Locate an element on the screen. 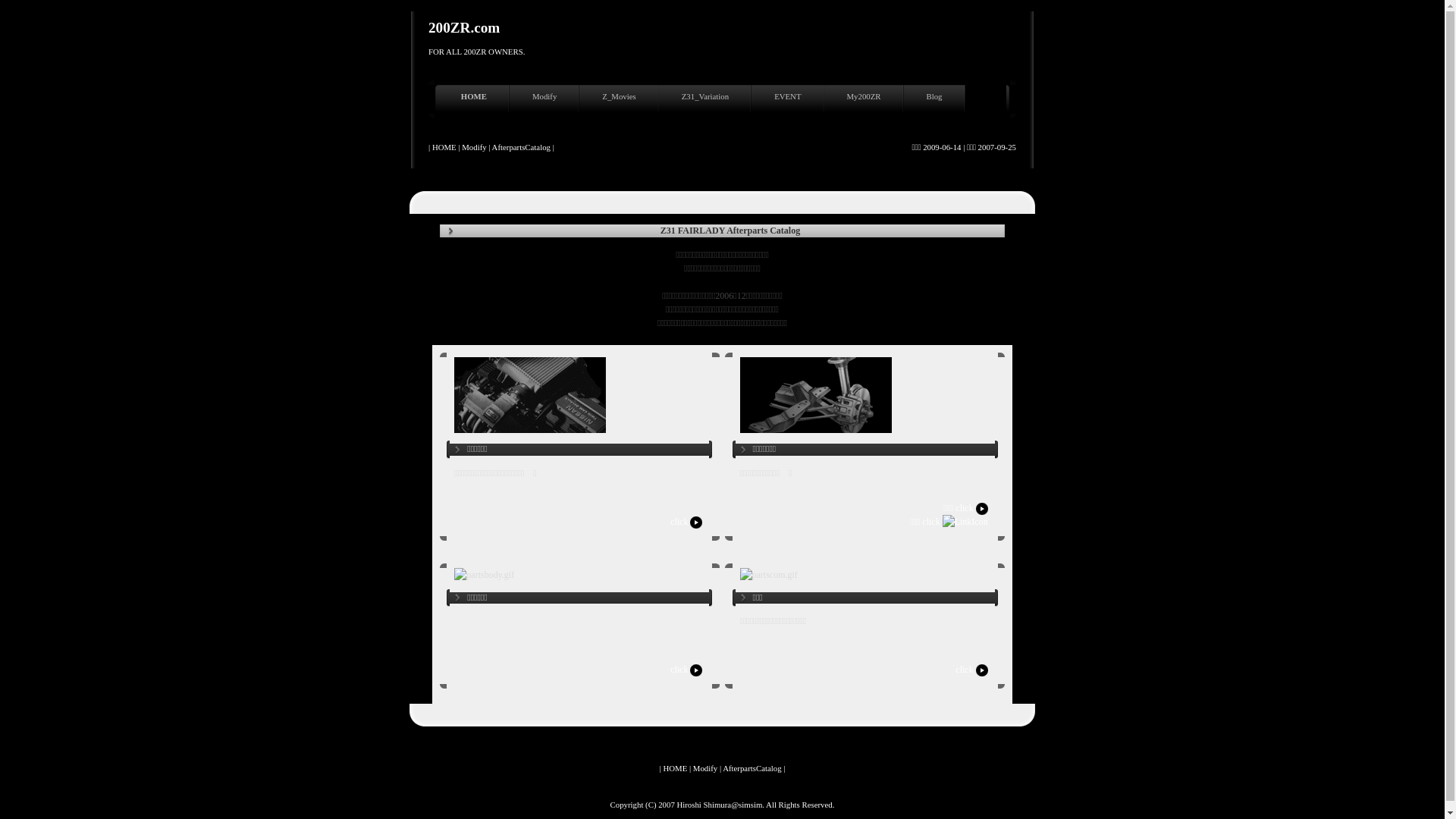 The image size is (1456, 819). 'Z31_Variation' is located at coordinates (706, 99).